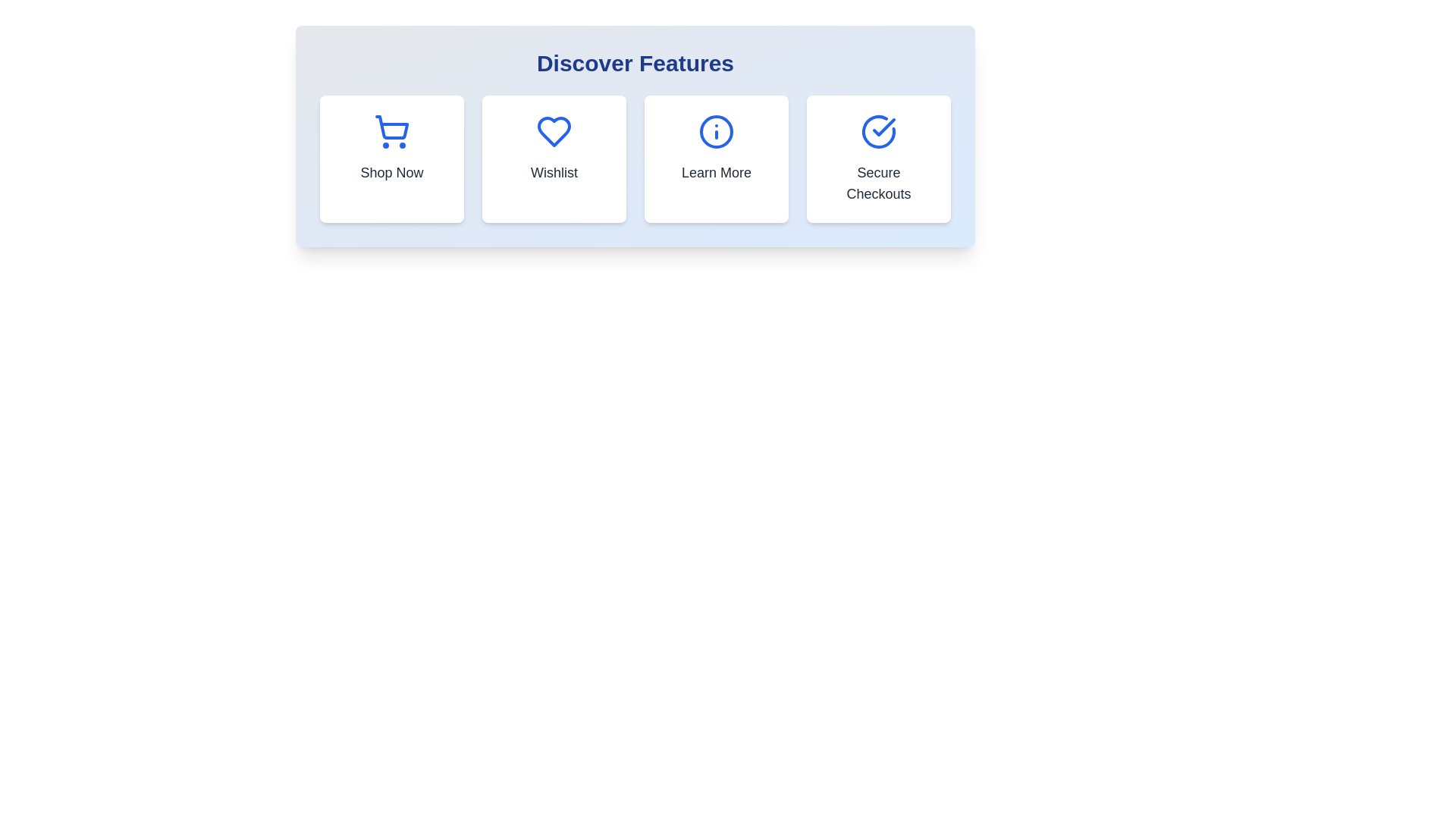  What do you see at coordinates (392, 171) in the screenshot?
I see `text label located below the blue shopping cart icon in the leftmost interactive block` at bounding box center [392, 171].